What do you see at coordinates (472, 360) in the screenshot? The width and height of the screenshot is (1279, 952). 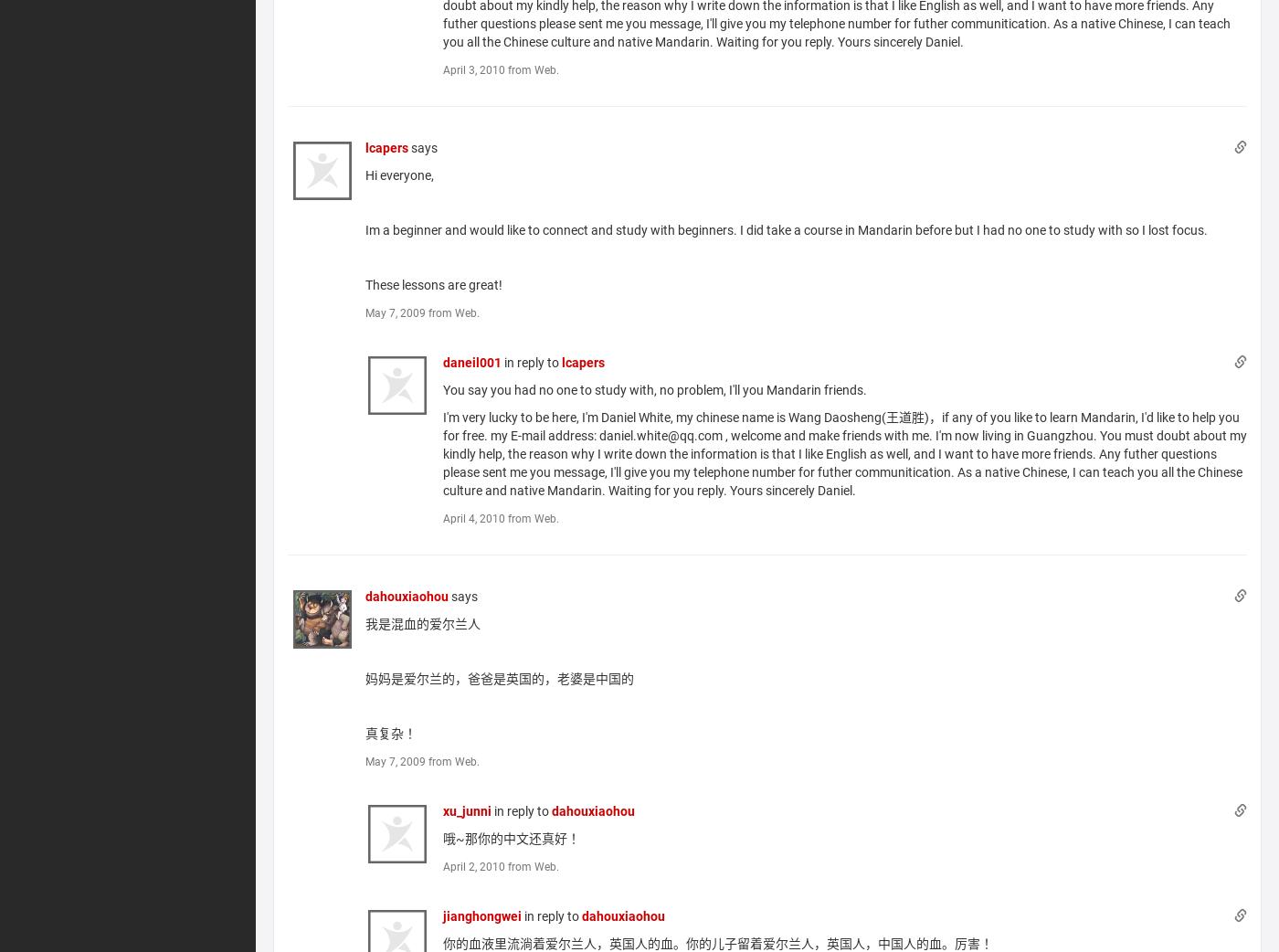 I see `'daneil001'` at bounding box center [472, 360].